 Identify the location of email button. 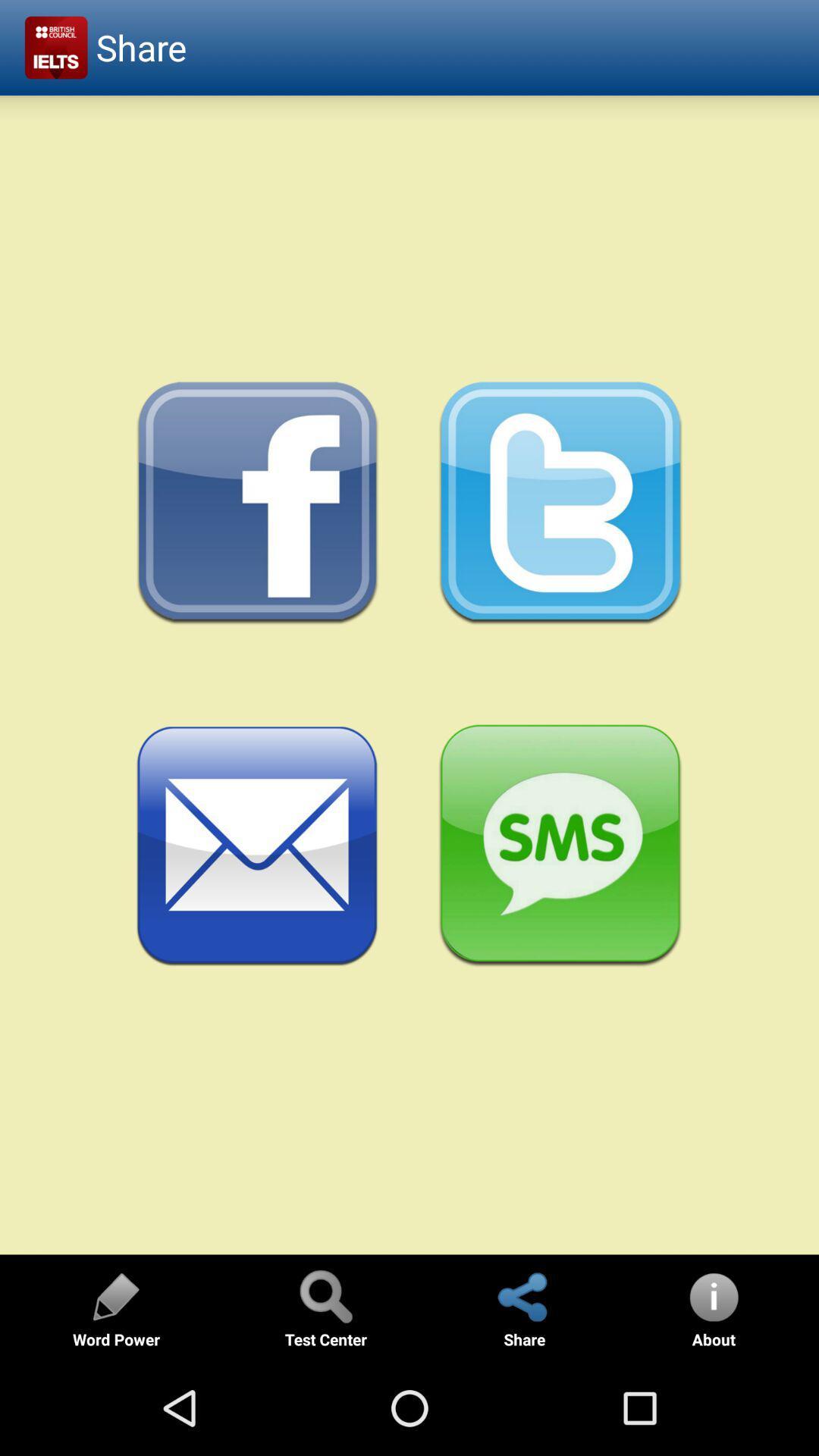
(257, 846).